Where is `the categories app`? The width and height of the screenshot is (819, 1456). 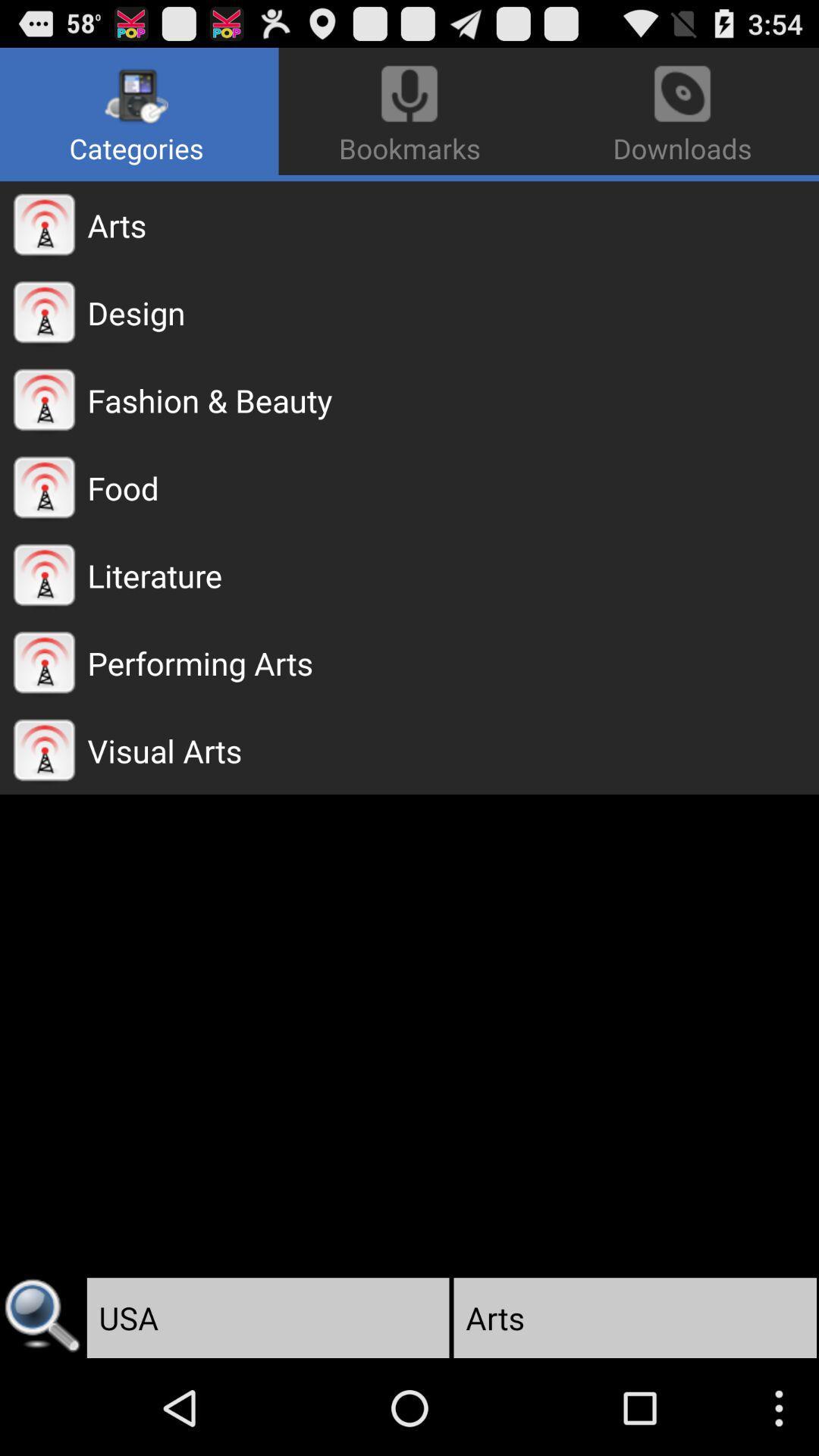 the categories app is located at coordinates (139, 111).